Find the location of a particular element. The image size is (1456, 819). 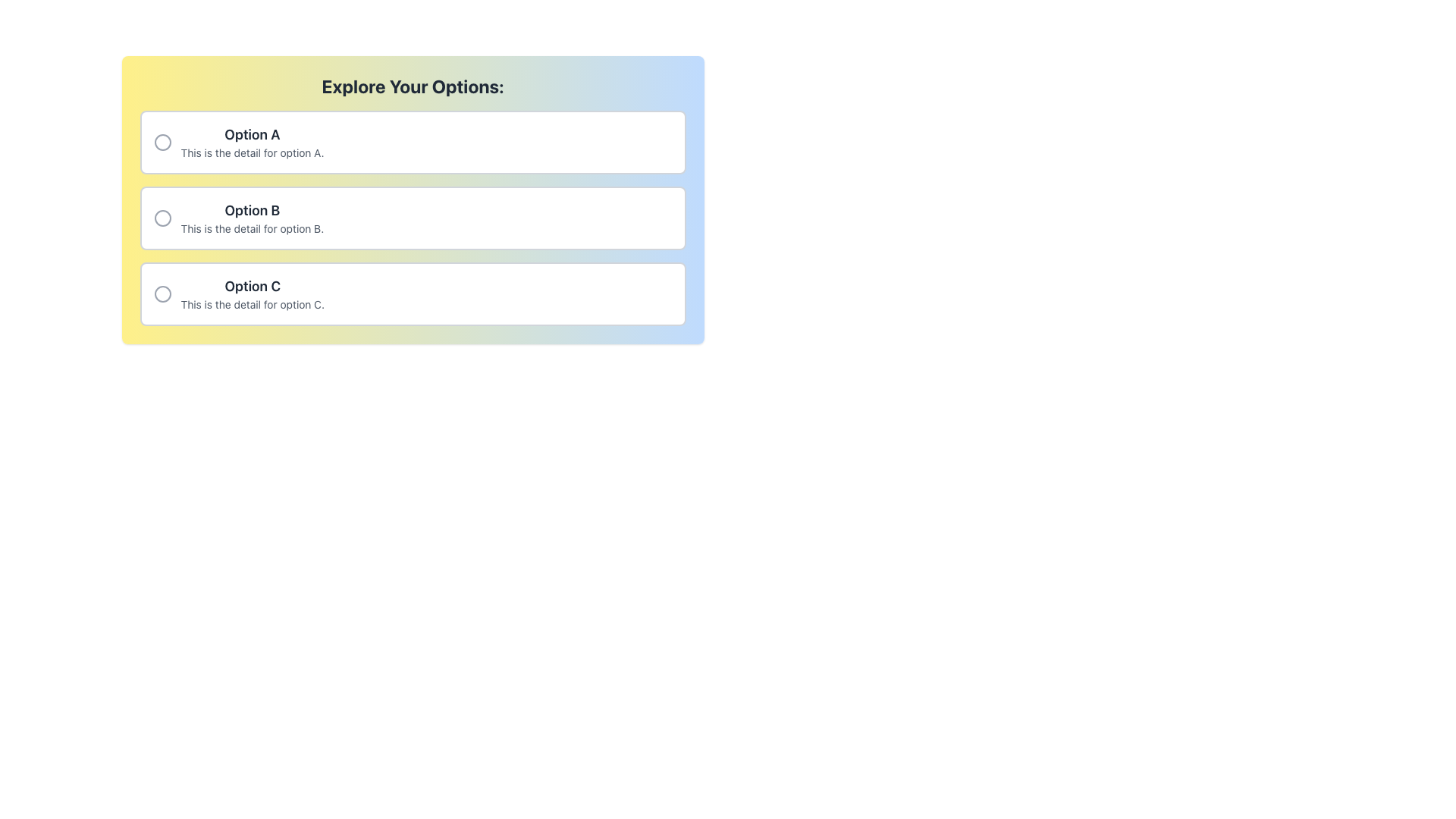

the third radio button indicator rendered as an SVG circle is located at coordinates (162, 294).